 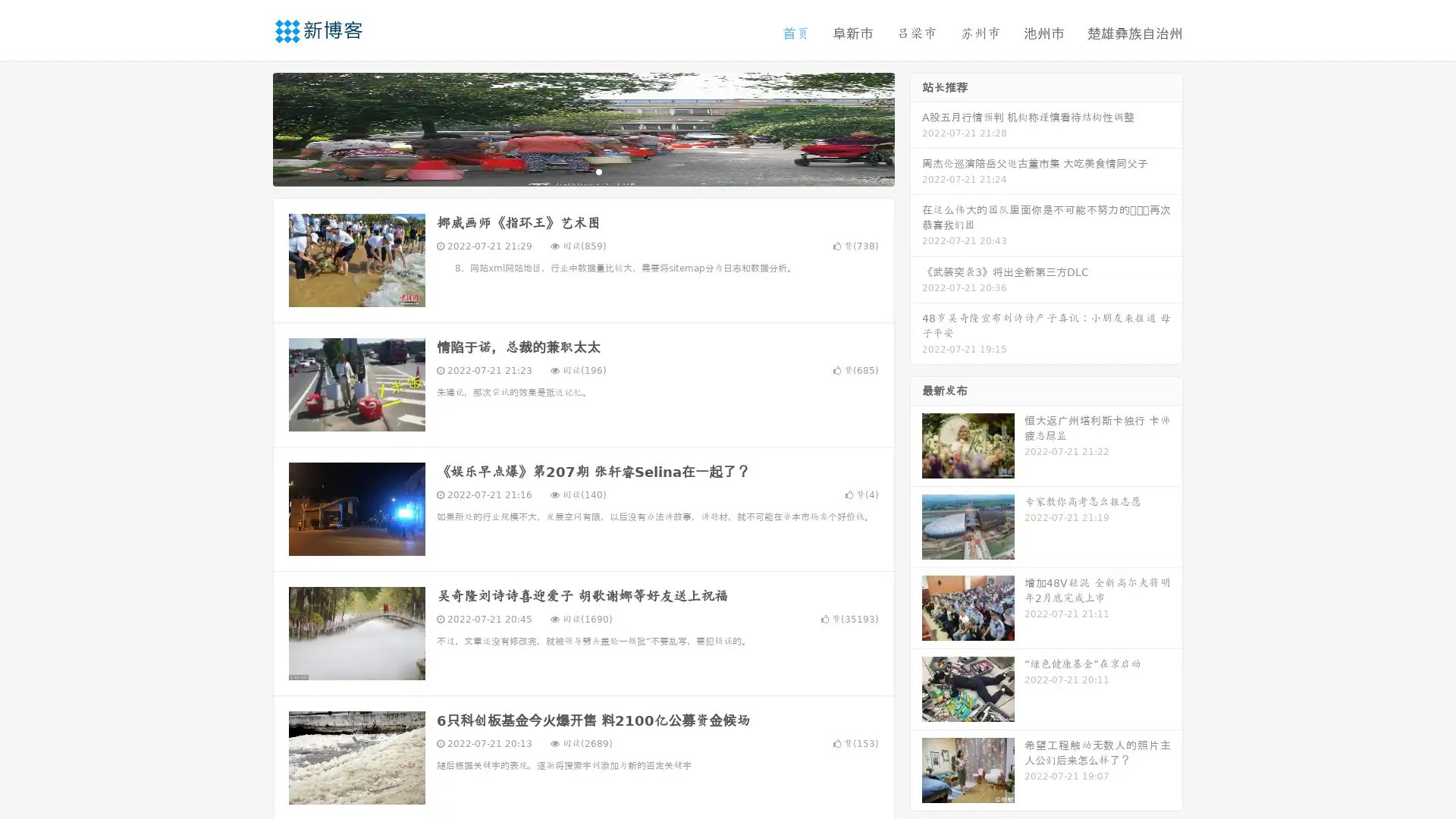 I want to click on Previous slide, so click(x=250, y=127).